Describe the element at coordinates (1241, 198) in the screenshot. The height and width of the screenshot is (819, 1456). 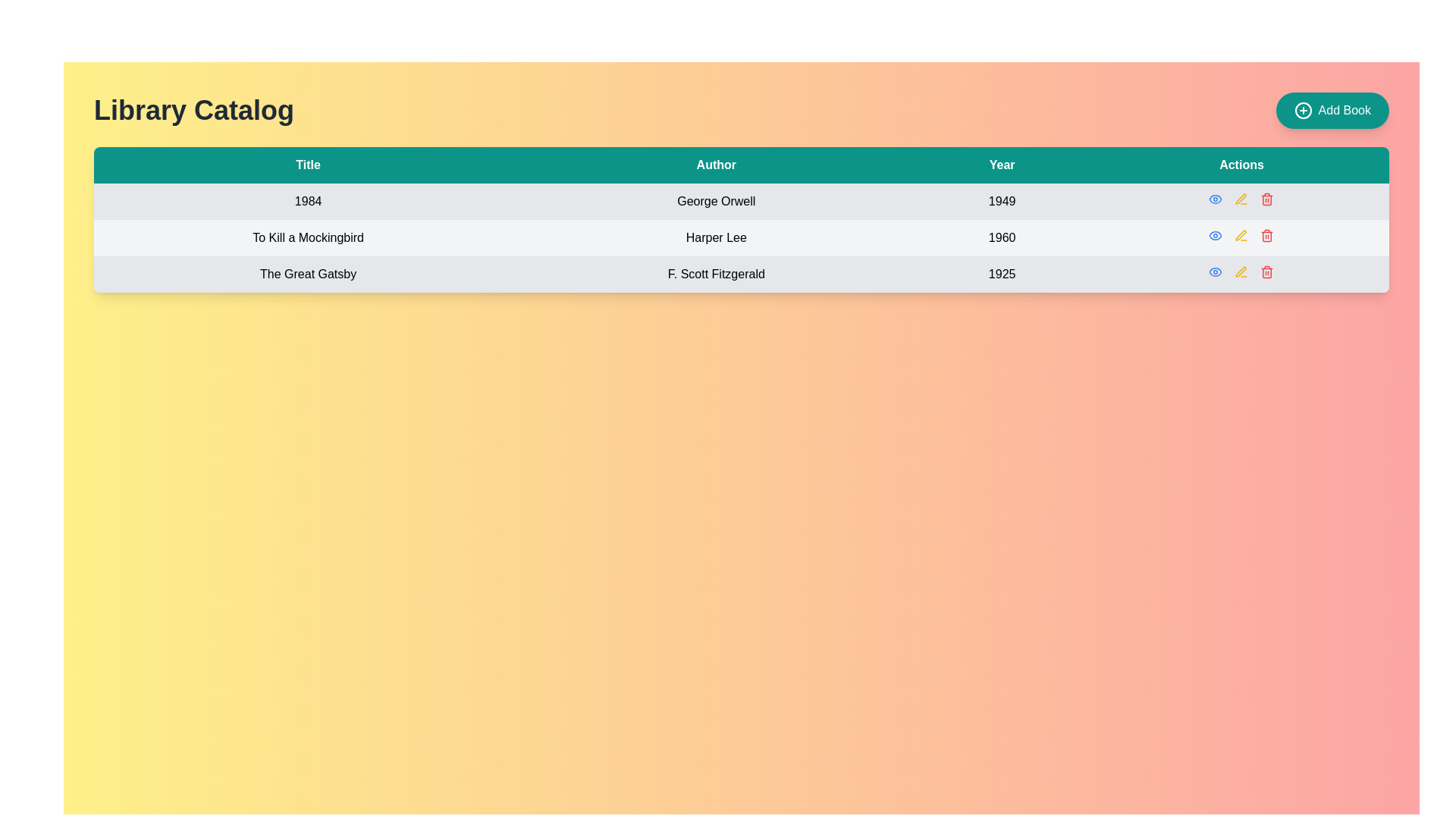
I see `the edit button located in the 'Actions' column of the first row in the table` at that location.